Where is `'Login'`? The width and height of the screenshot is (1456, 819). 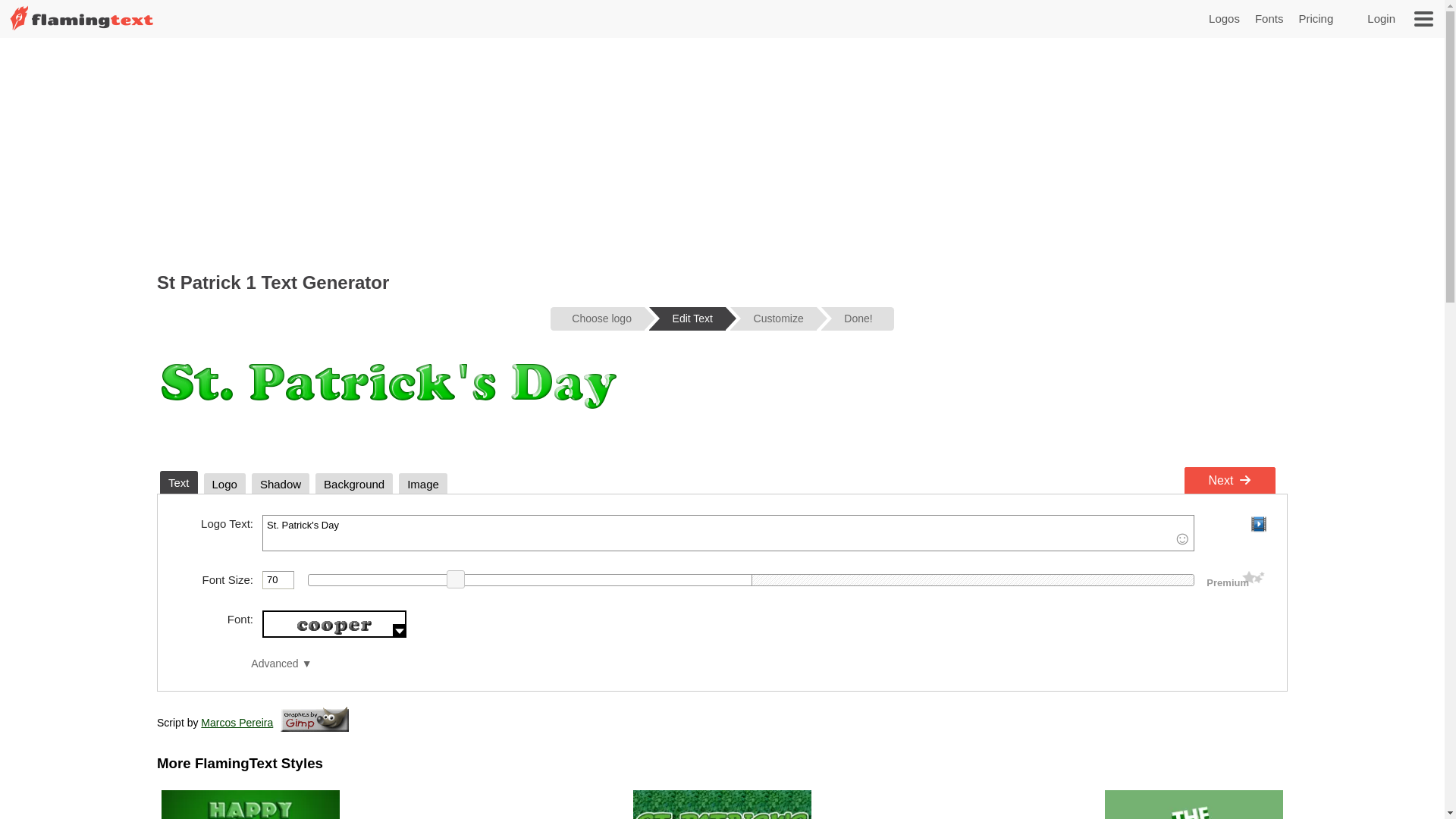 'Login' is located at coordinates (1367, 18).